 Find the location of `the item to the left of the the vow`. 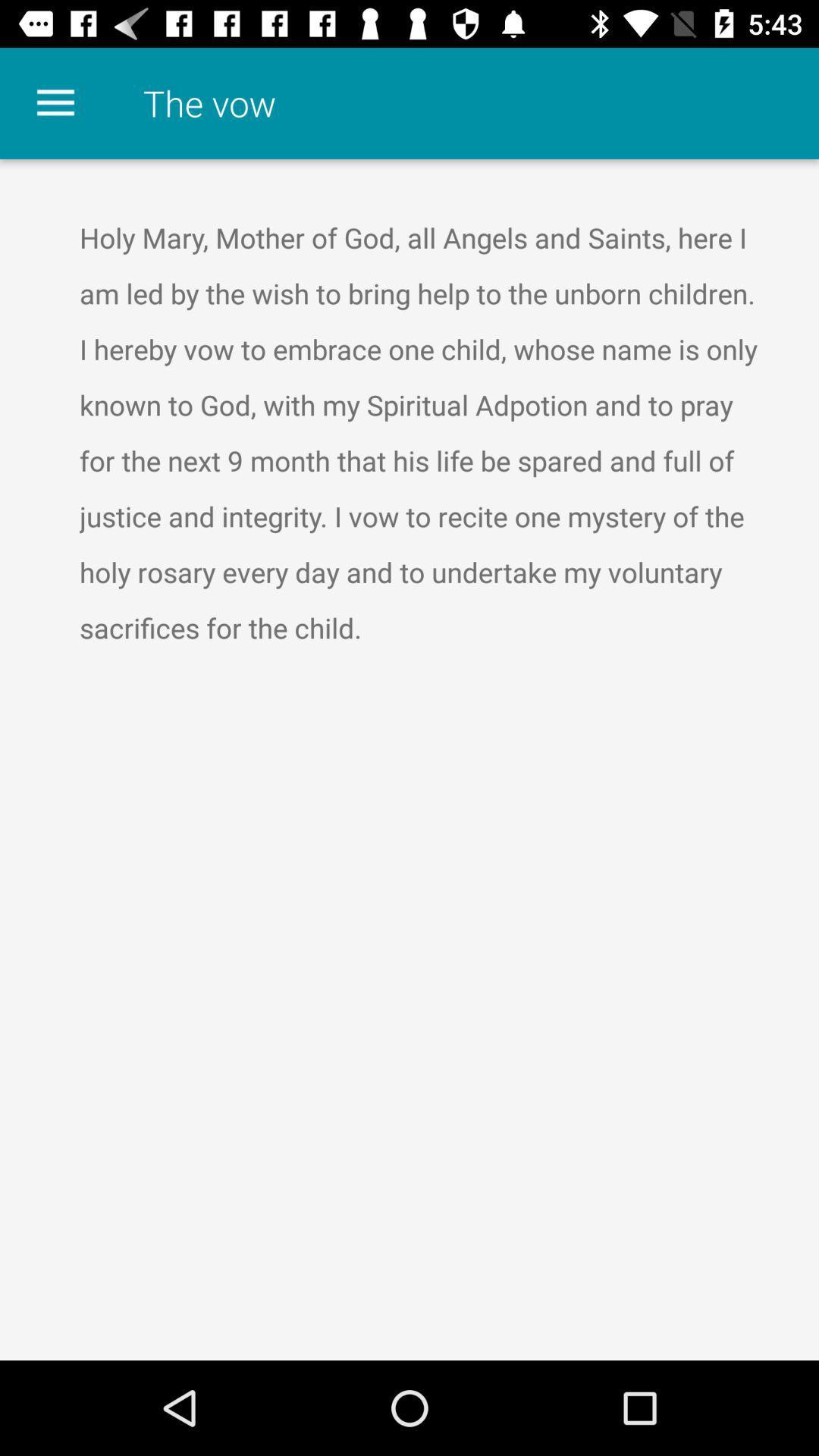

the item to the left of the the vow is located at coordinates (55, 102).